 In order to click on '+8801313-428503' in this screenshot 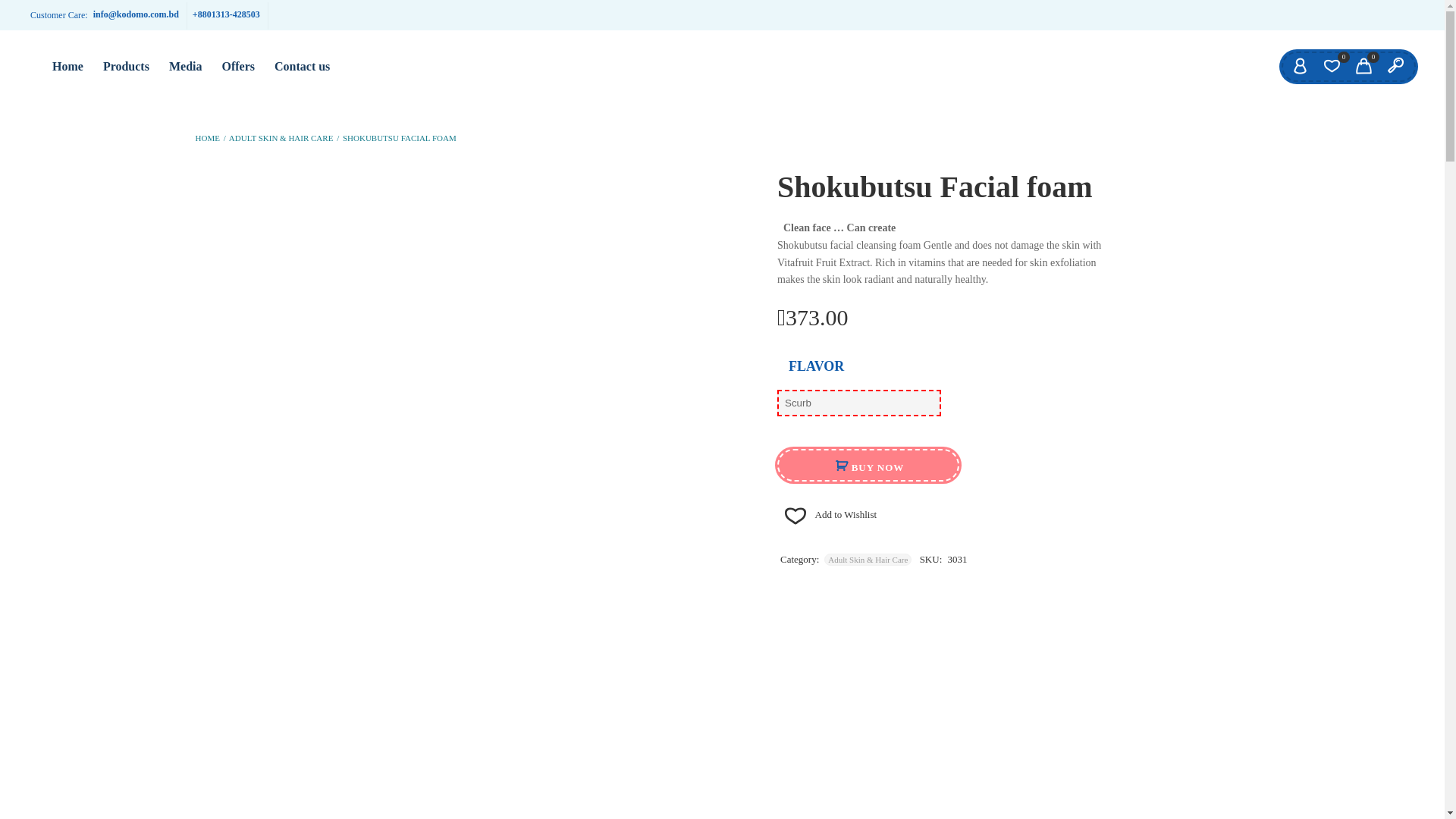, I will do `click(225, 14)`.